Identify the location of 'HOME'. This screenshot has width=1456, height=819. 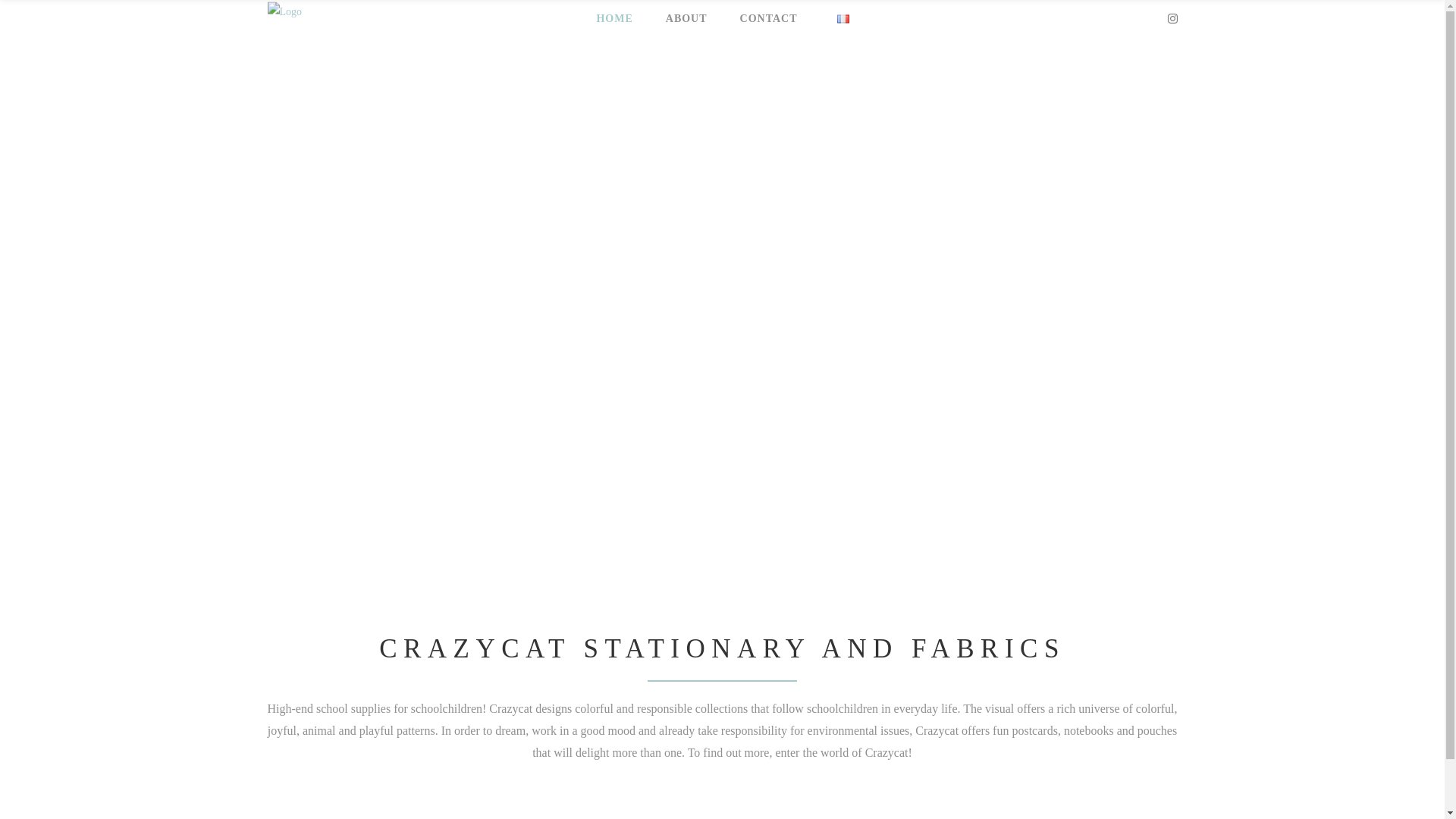
(611, 18).